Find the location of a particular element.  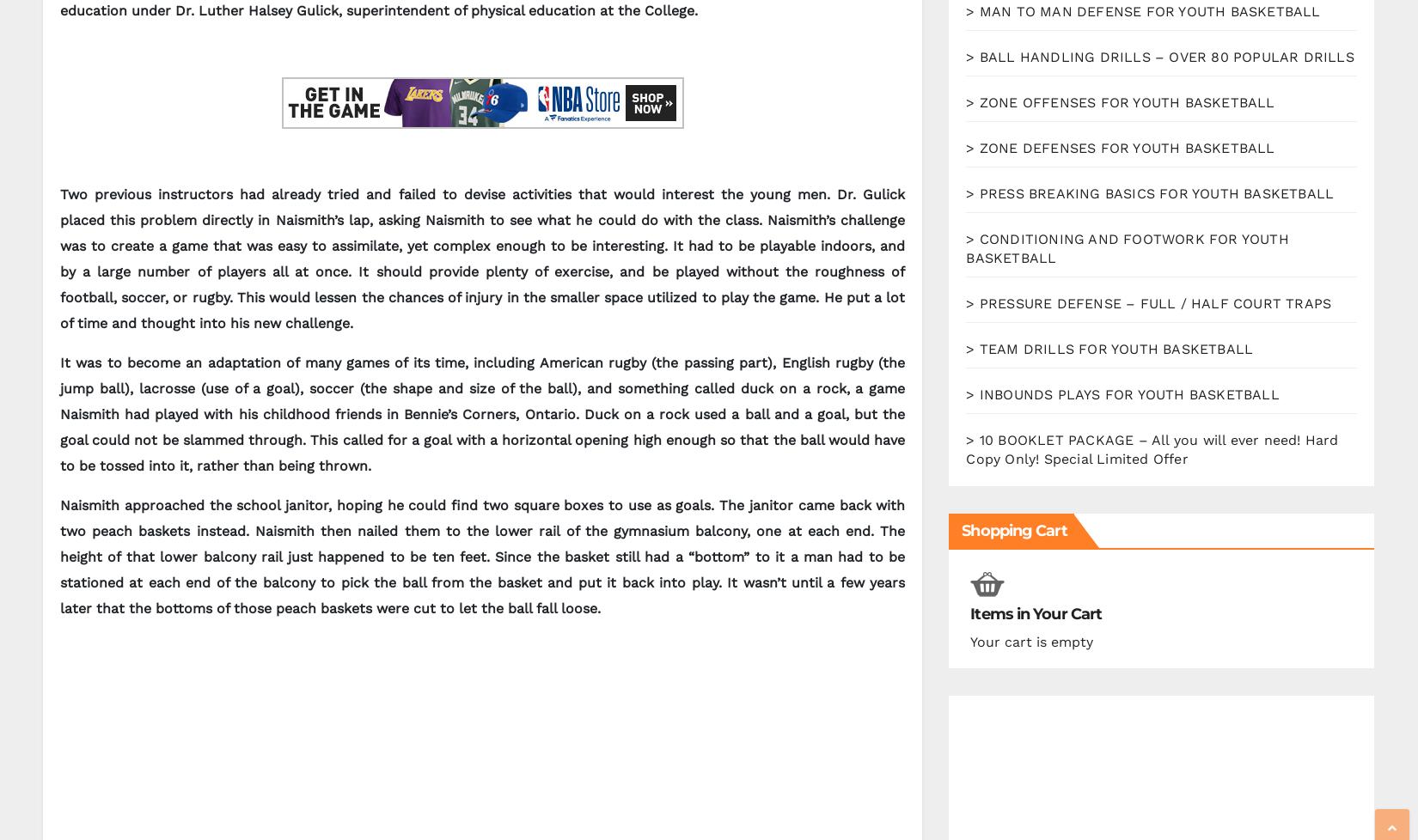

'> BALL HANDLING DRILLS – OVER 80 POPULAR DRILLS' is located at coordinates (1158, 57).